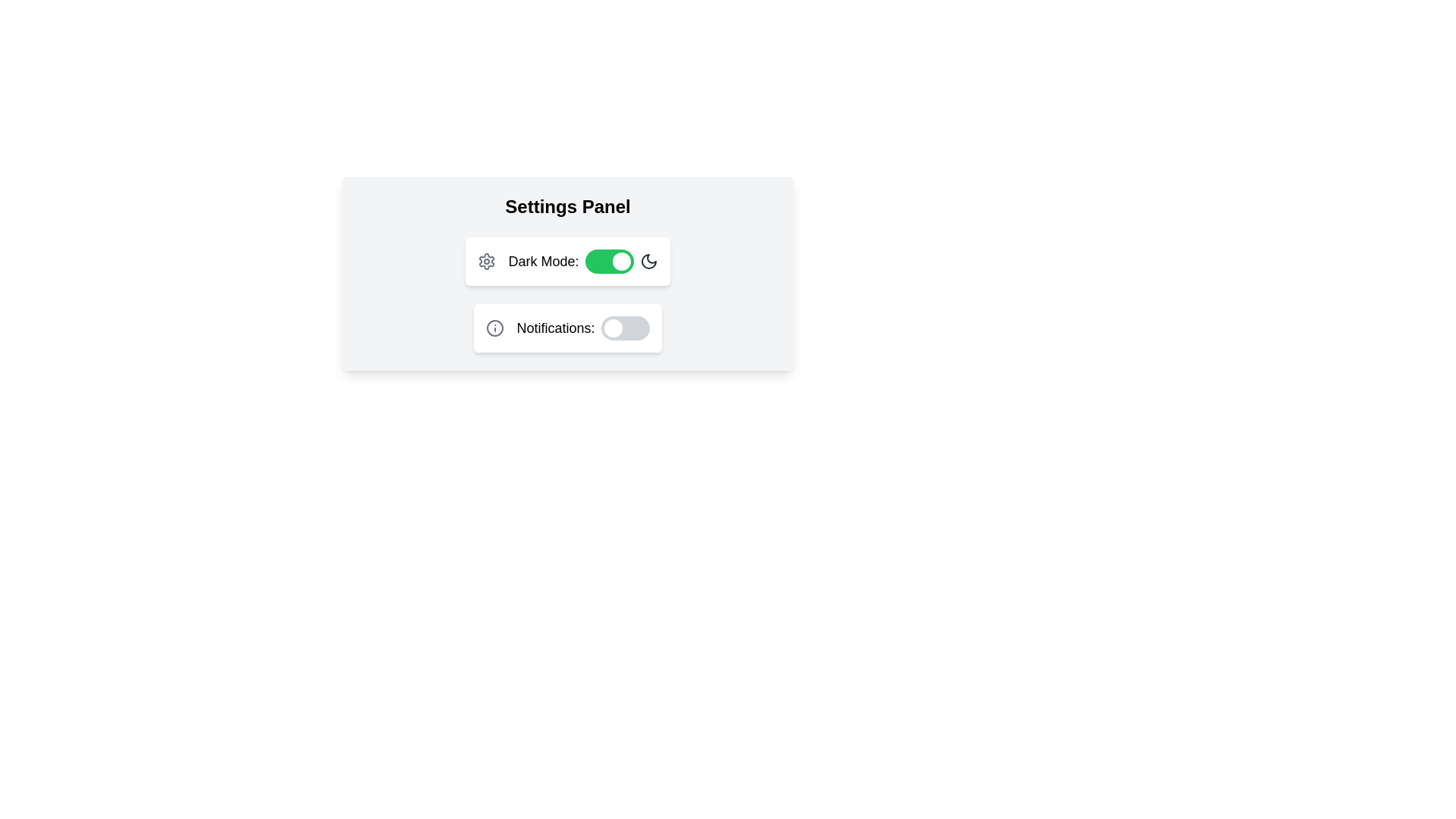  I want to click on the notifications icon positioned to the left of the 'Notifications:' label and above the toggle switch for notifications in the settings panel for informative purposes, so click(495, 327).